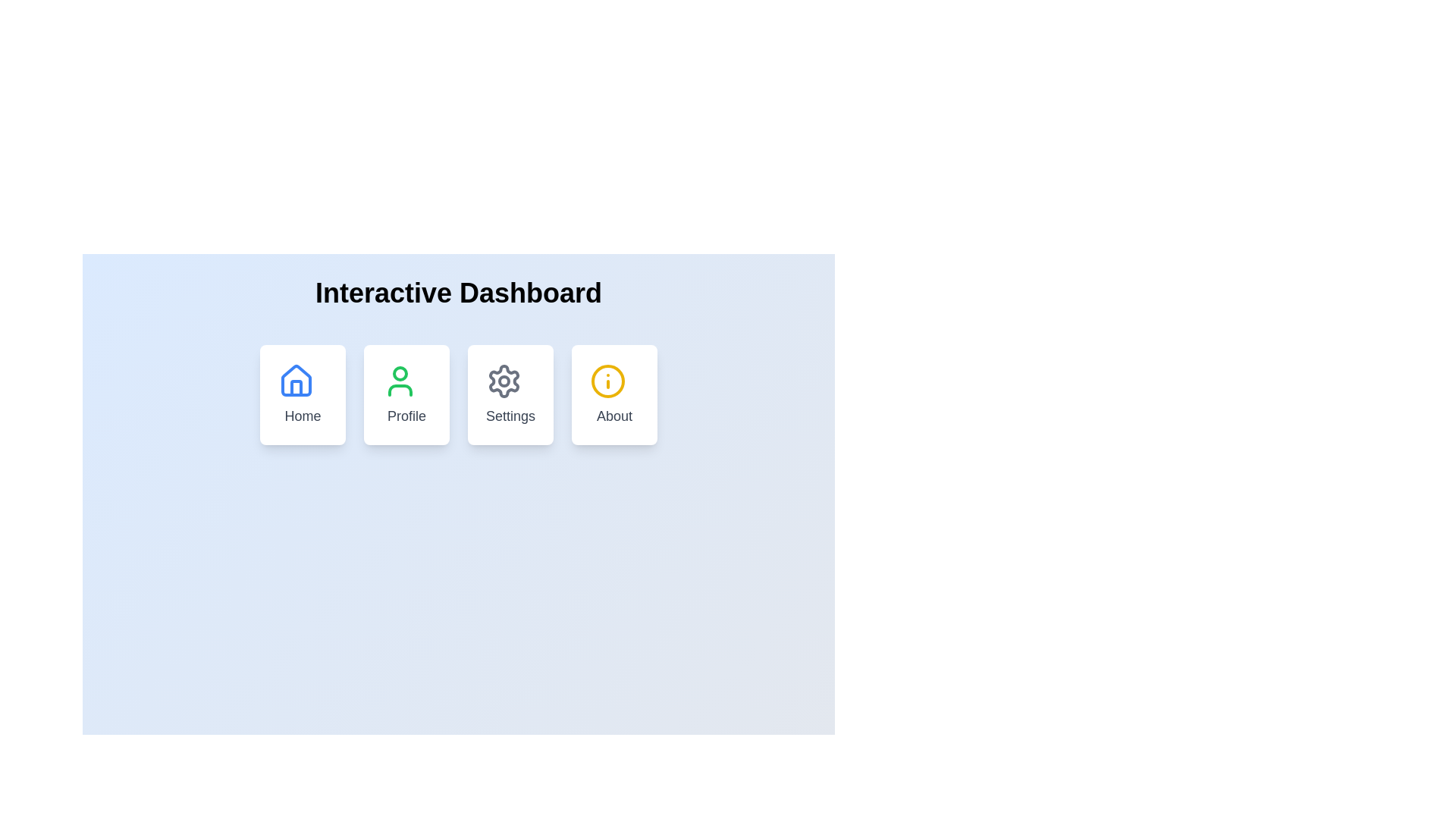 This screenshot has width=1456, height=819. What do you see at coordinates (406, 416) in the screenshot?
I see `the text label indicating the purpose of the 'Profile' card, located in the bottom-center section of the second card from the left` at bounding box center [406, 416].